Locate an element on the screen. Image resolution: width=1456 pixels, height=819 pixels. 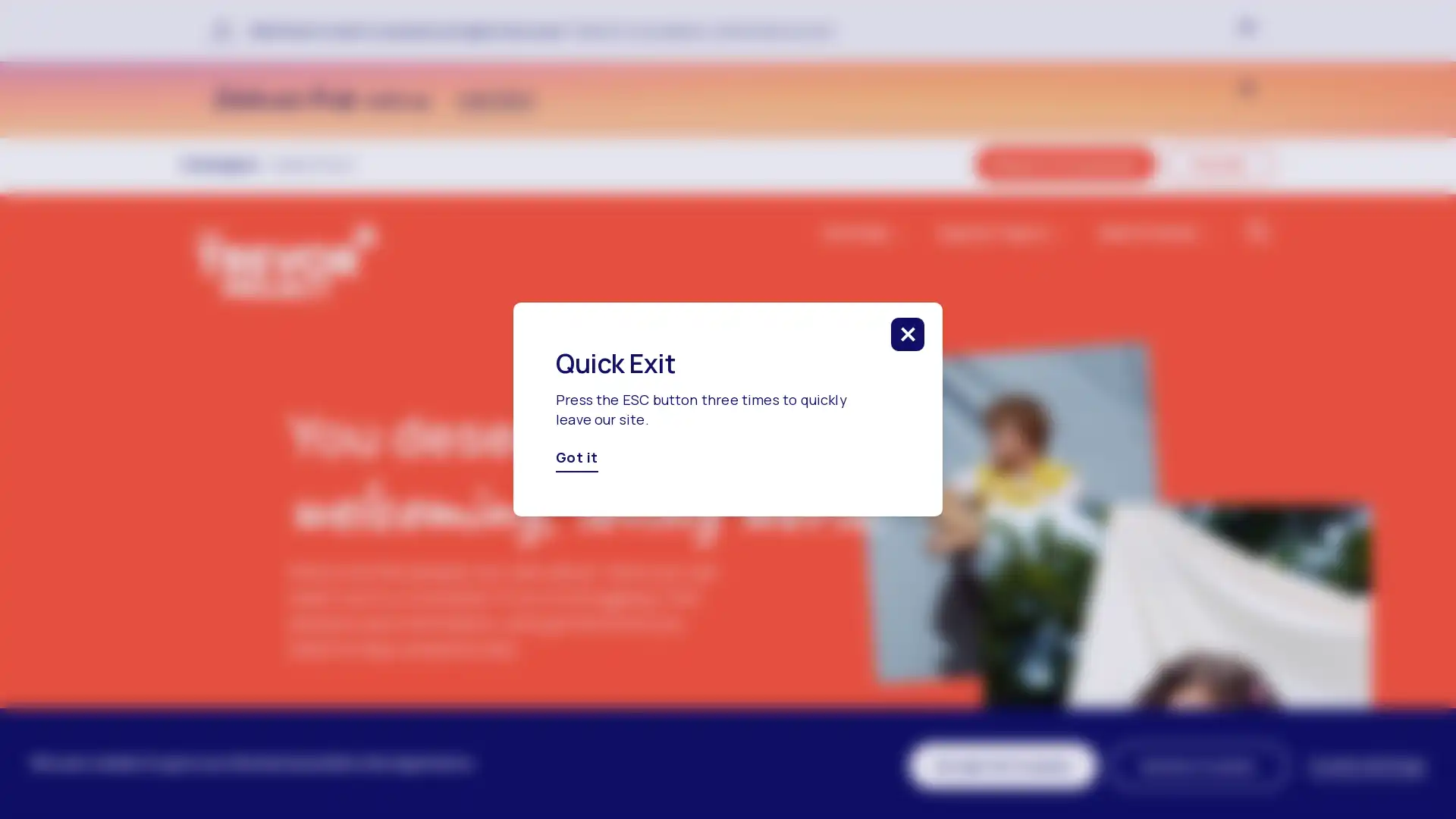
click to search in the website is located at coordinates (1264, 231).